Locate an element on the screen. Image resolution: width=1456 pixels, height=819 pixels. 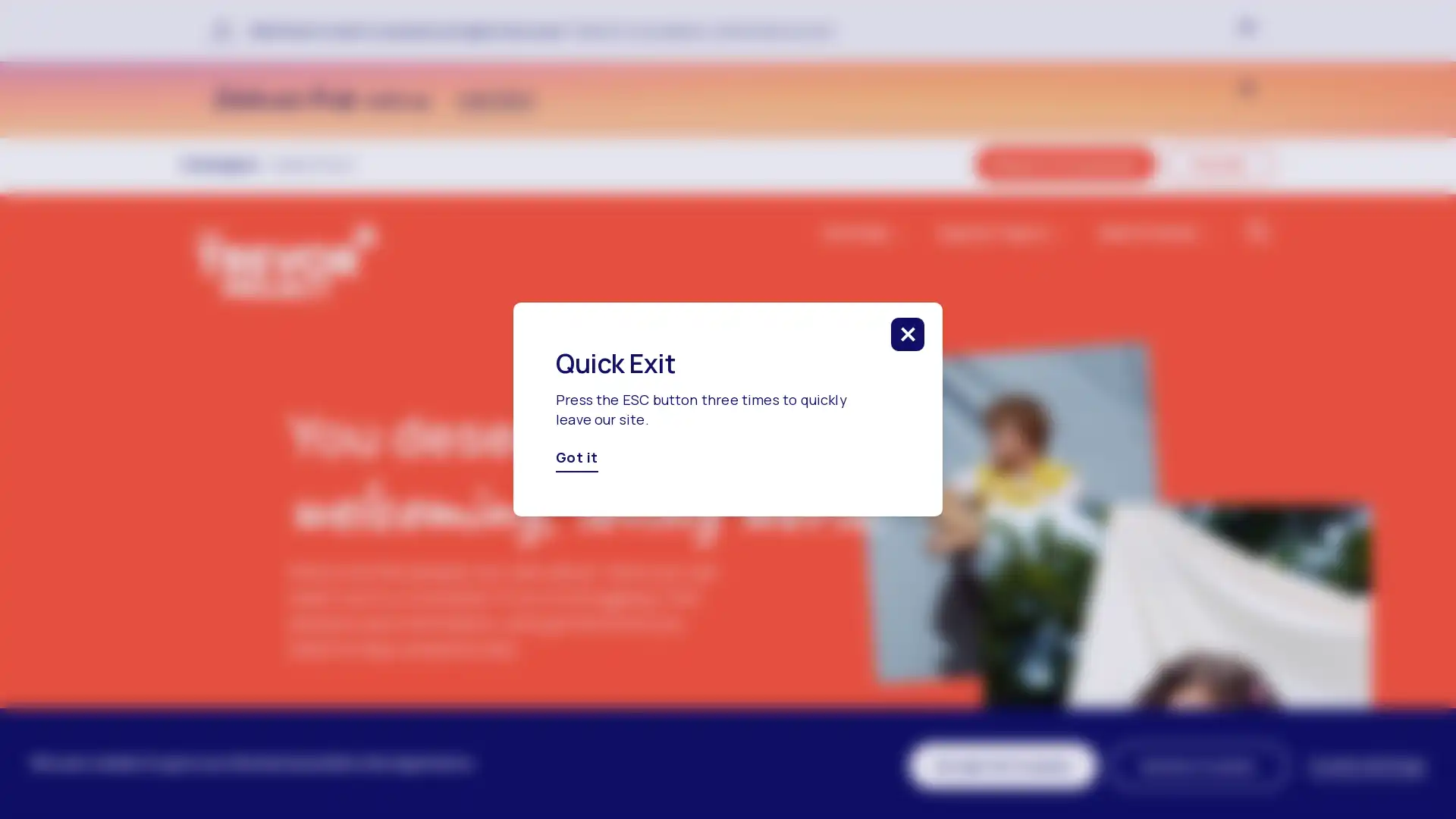
click to search in the website is located at coordinates (1264, 231).